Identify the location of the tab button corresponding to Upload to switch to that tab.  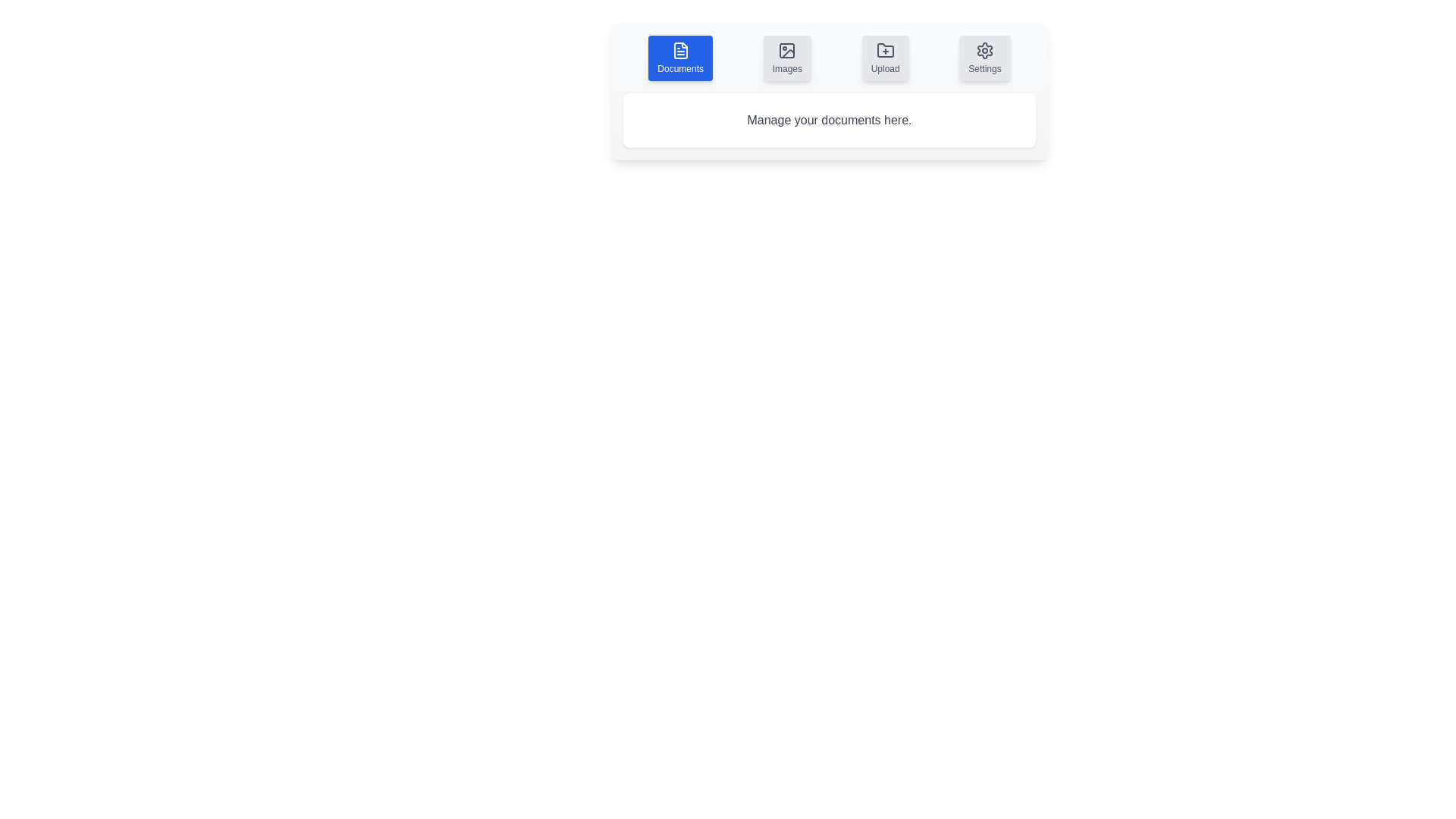
(885, 58).